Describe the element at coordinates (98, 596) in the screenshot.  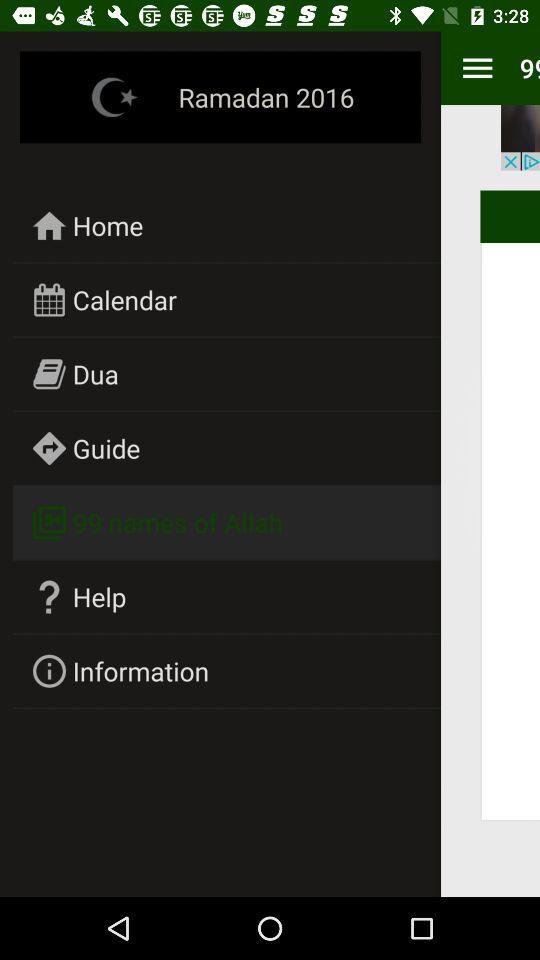
I see `help item` at that location.